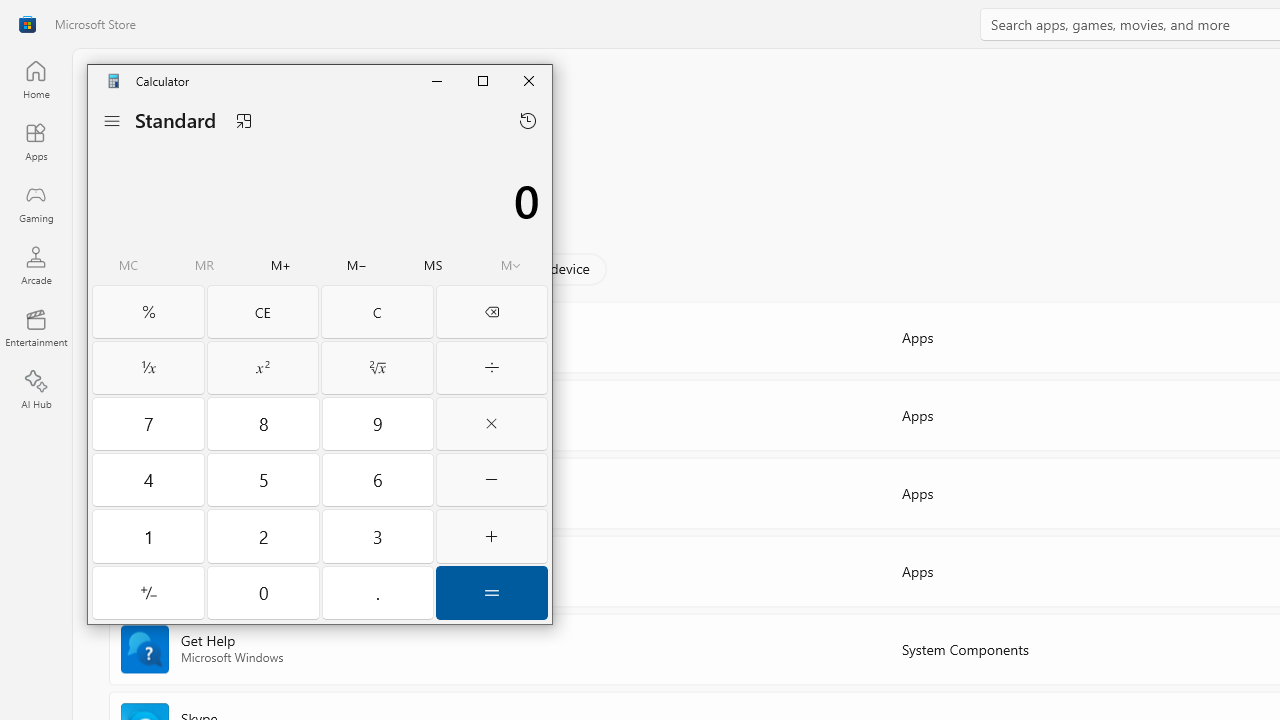 This screenshot has width=1280, height=720. I want to click on 'Memory subtract', so click(357, 265).